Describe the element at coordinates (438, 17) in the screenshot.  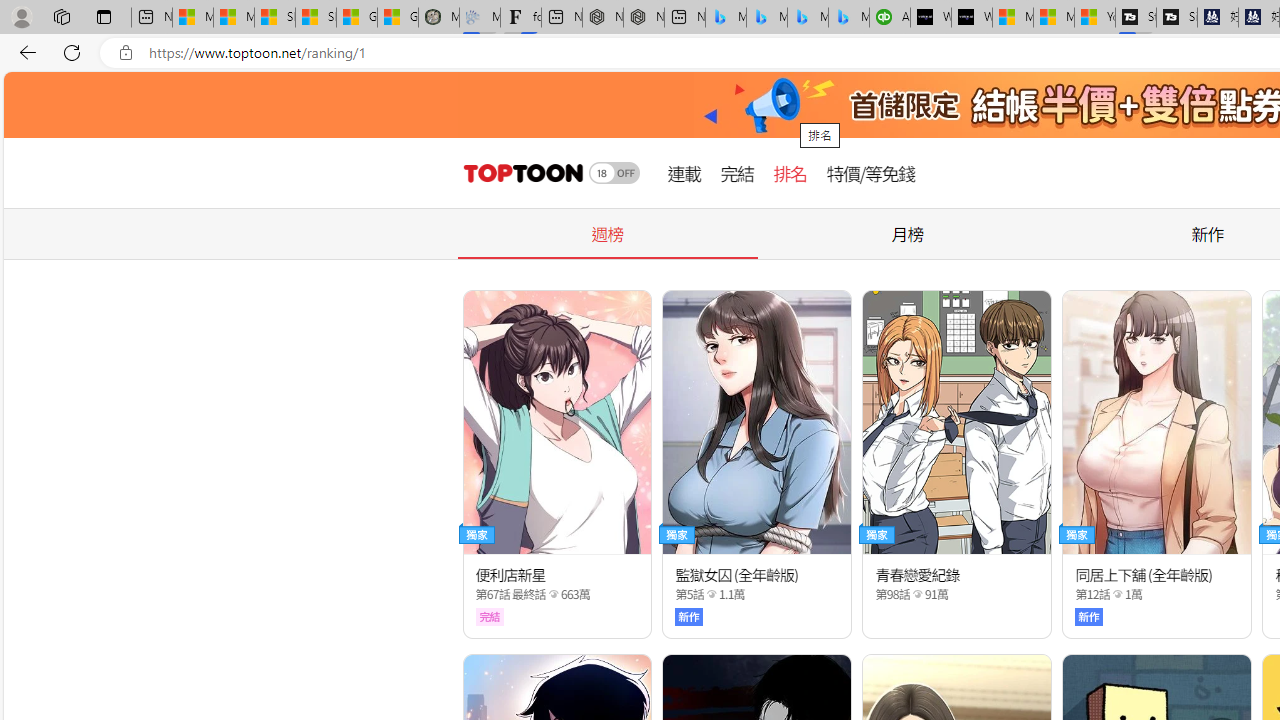
I see `'Manatee Mortality Statistics | FWC'` at that location.